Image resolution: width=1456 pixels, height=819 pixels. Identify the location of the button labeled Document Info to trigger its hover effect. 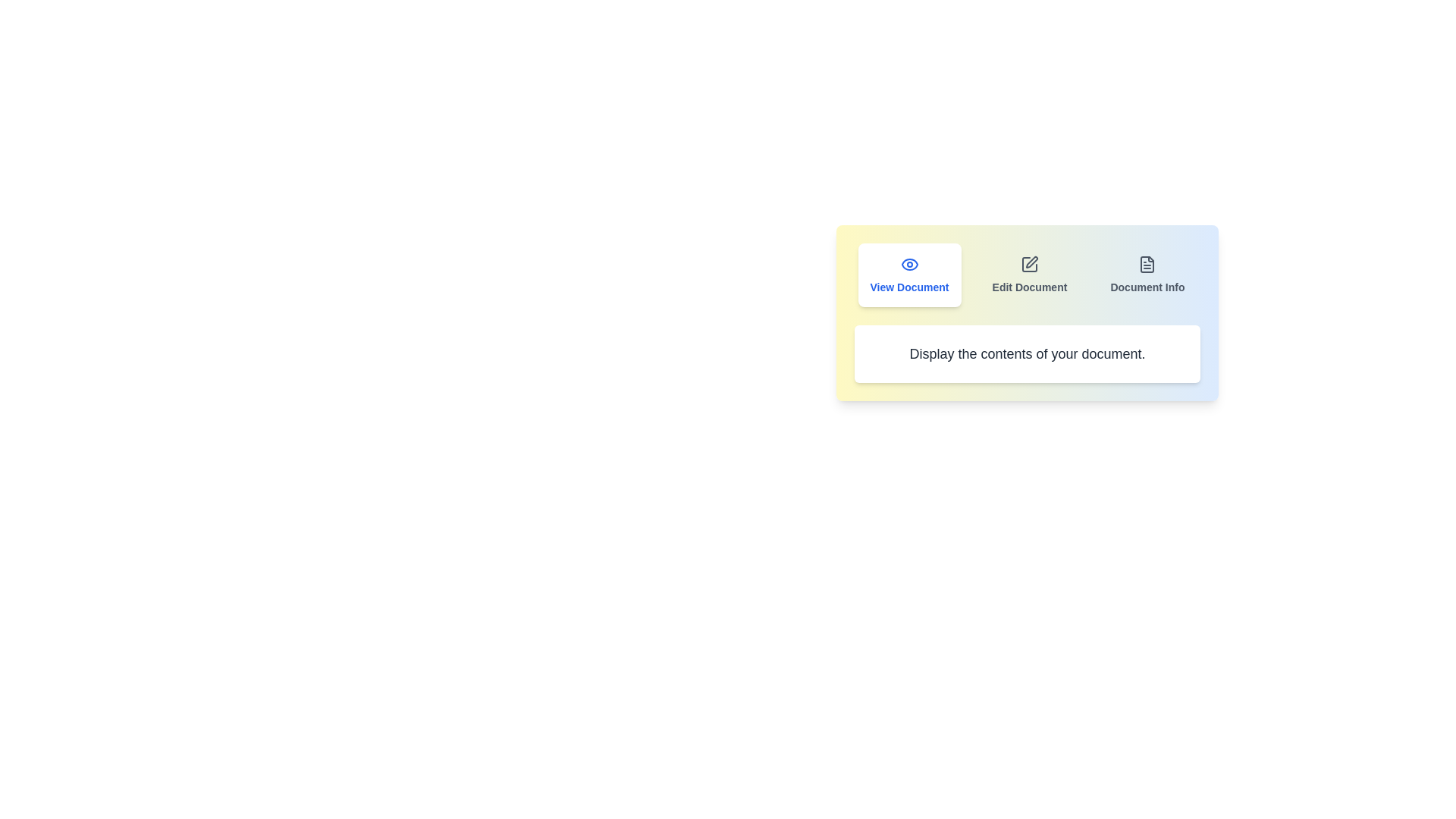
(1147, 275).